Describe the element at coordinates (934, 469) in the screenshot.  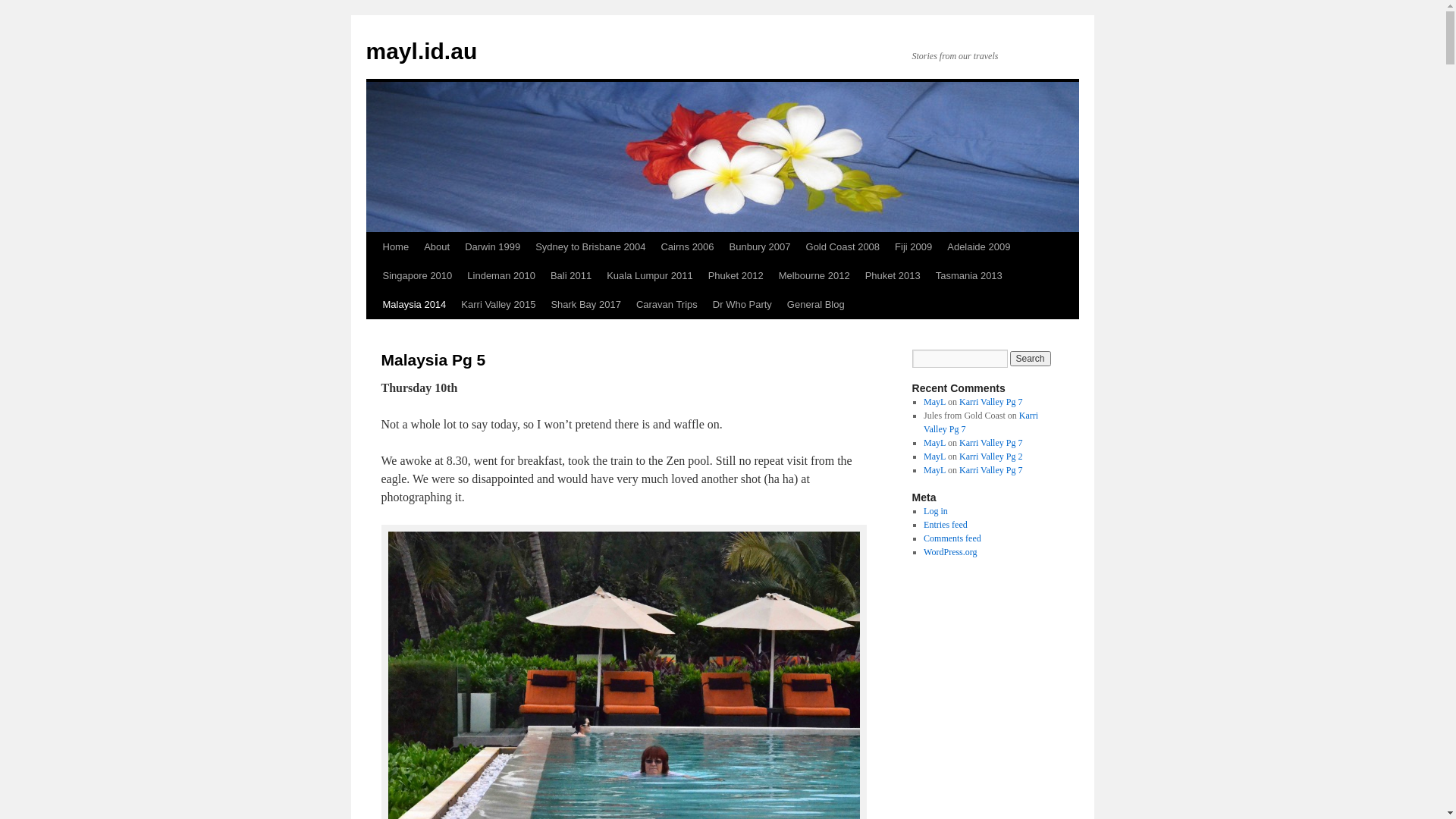
I see `'MayL'` at that location.